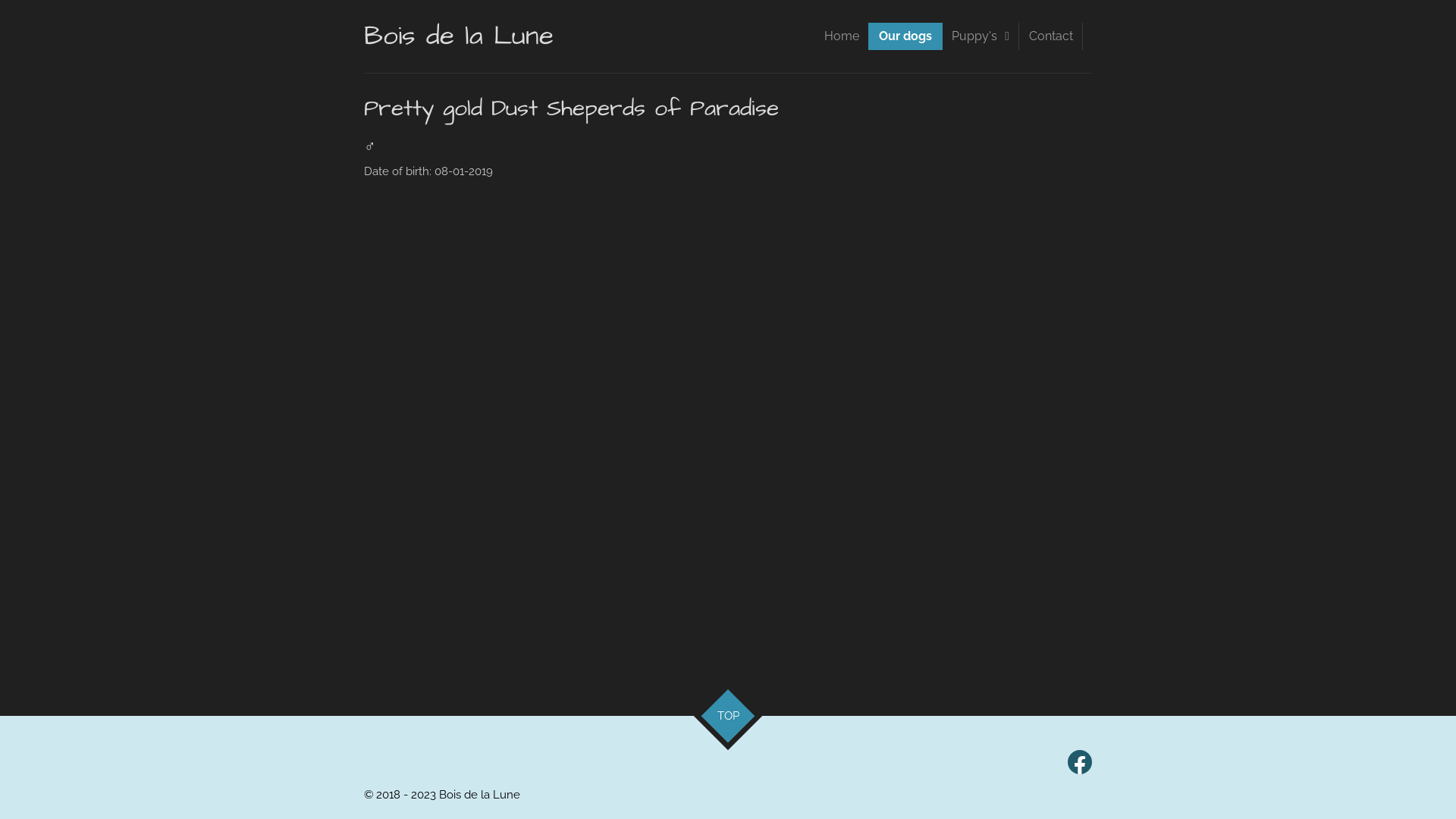 The image size is (1456, 819). I want to click on 'Contact', so click(1050, 35).